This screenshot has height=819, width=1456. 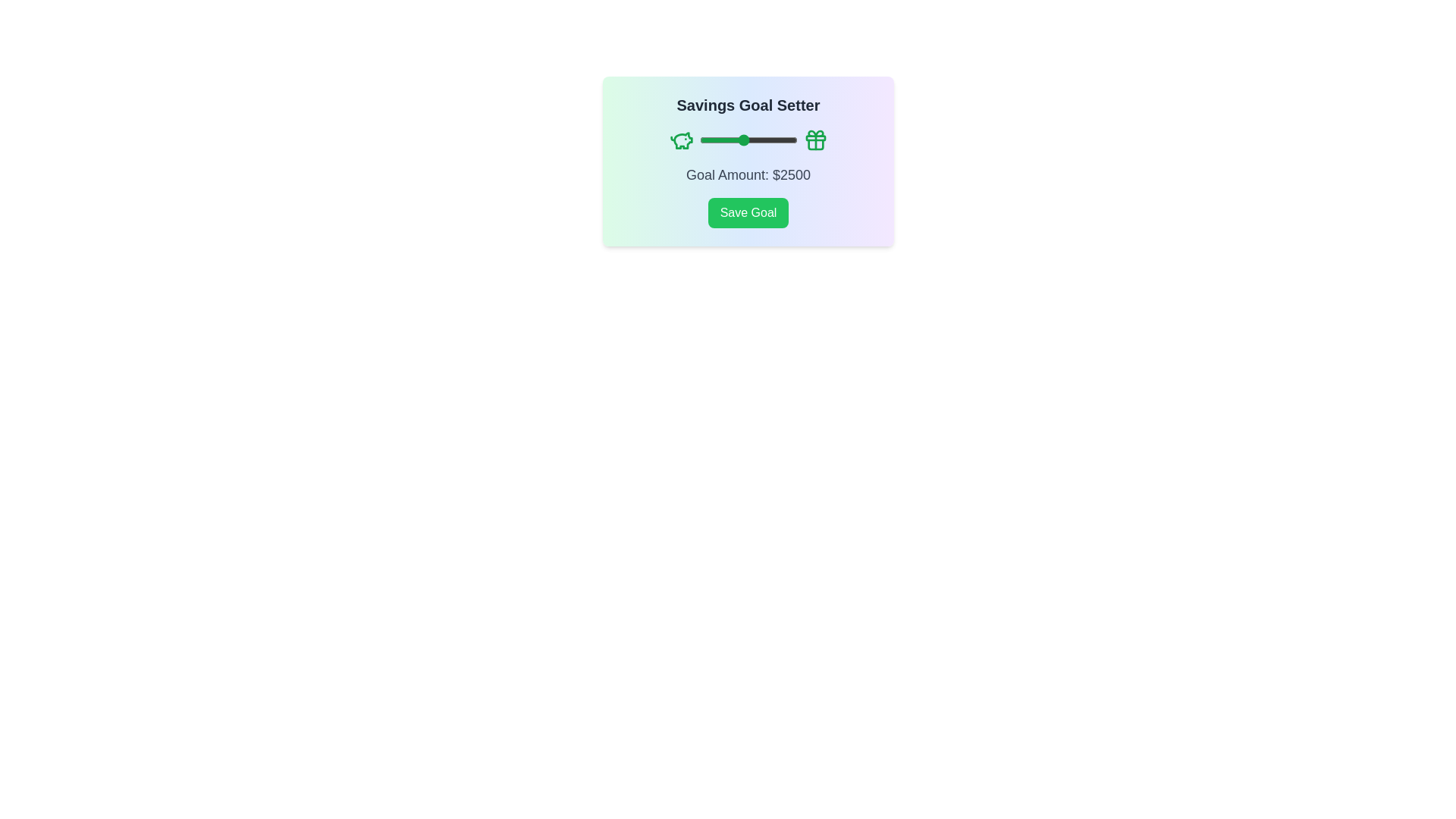 What do you see at coordinates (745, 140) in the screenshot?
I see `the savings goal slider to 2602 by dragging it` at bounding box center [745, 140].